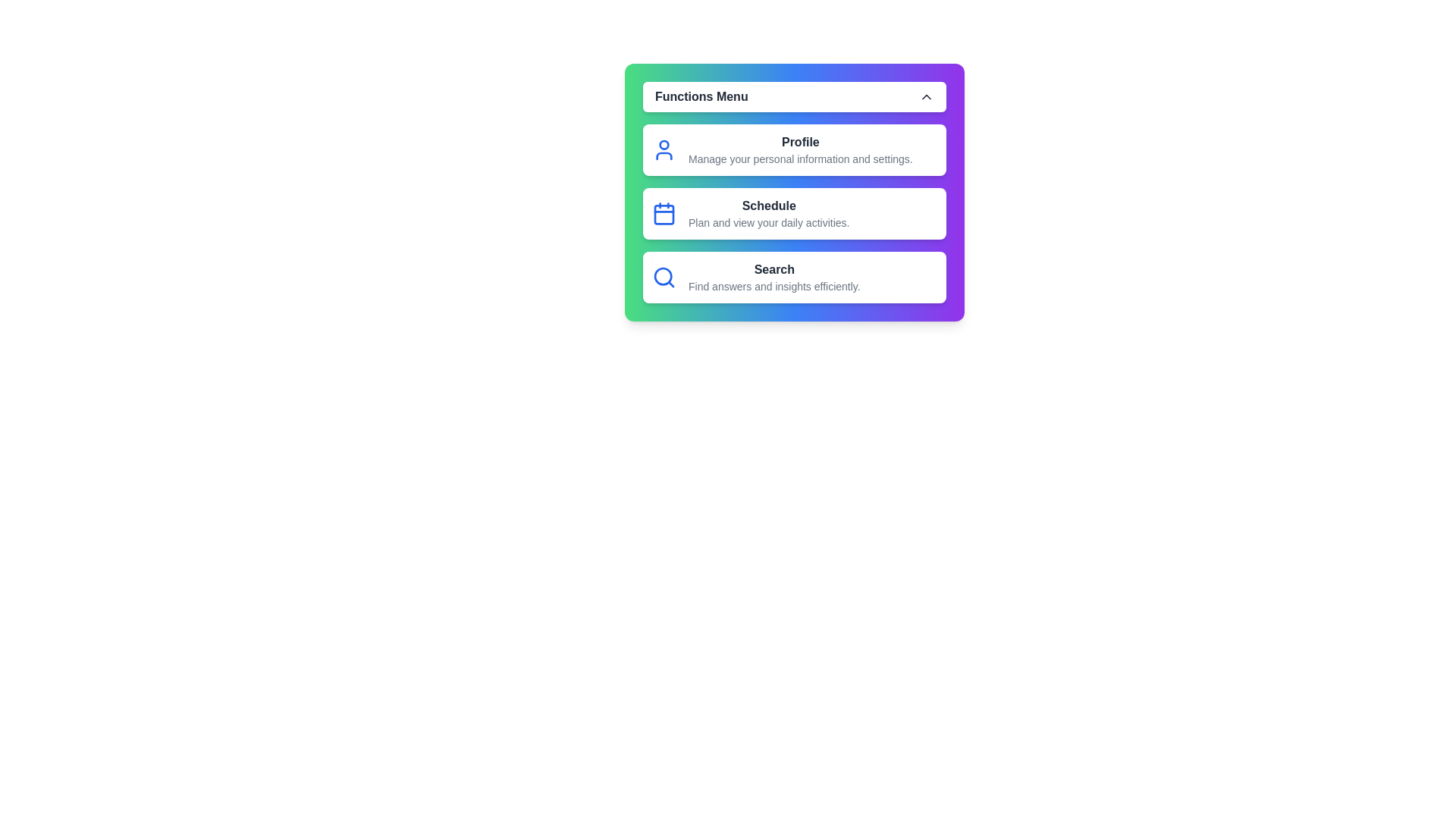 This screenshot has height=819, width=1456. I want to click on the menu item Schedule to see its hover effect, so click(793, 213).